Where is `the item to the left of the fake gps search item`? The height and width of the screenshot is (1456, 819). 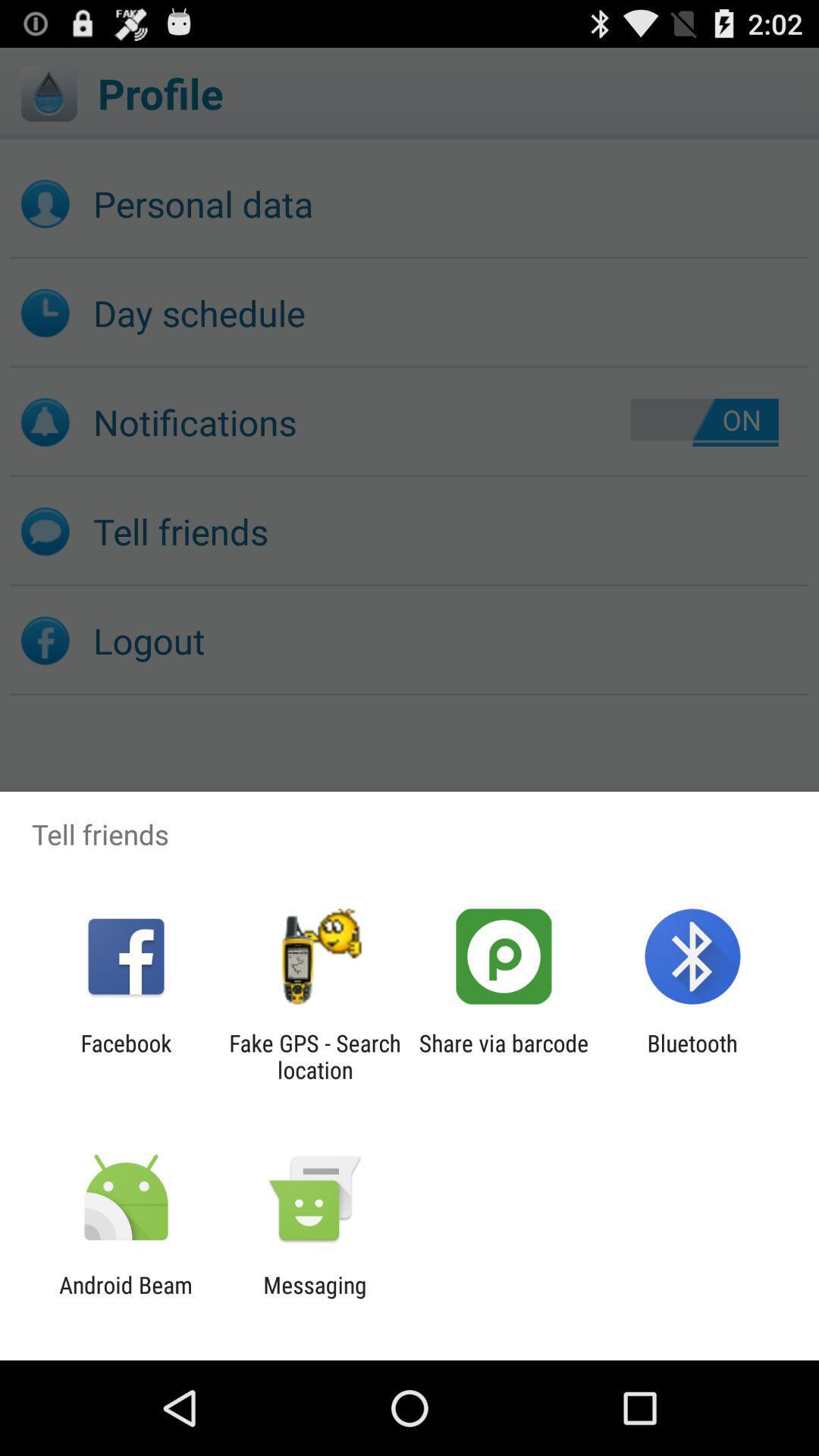
the item to the left of the fake gps search item is located at coordinates (125, 1056).